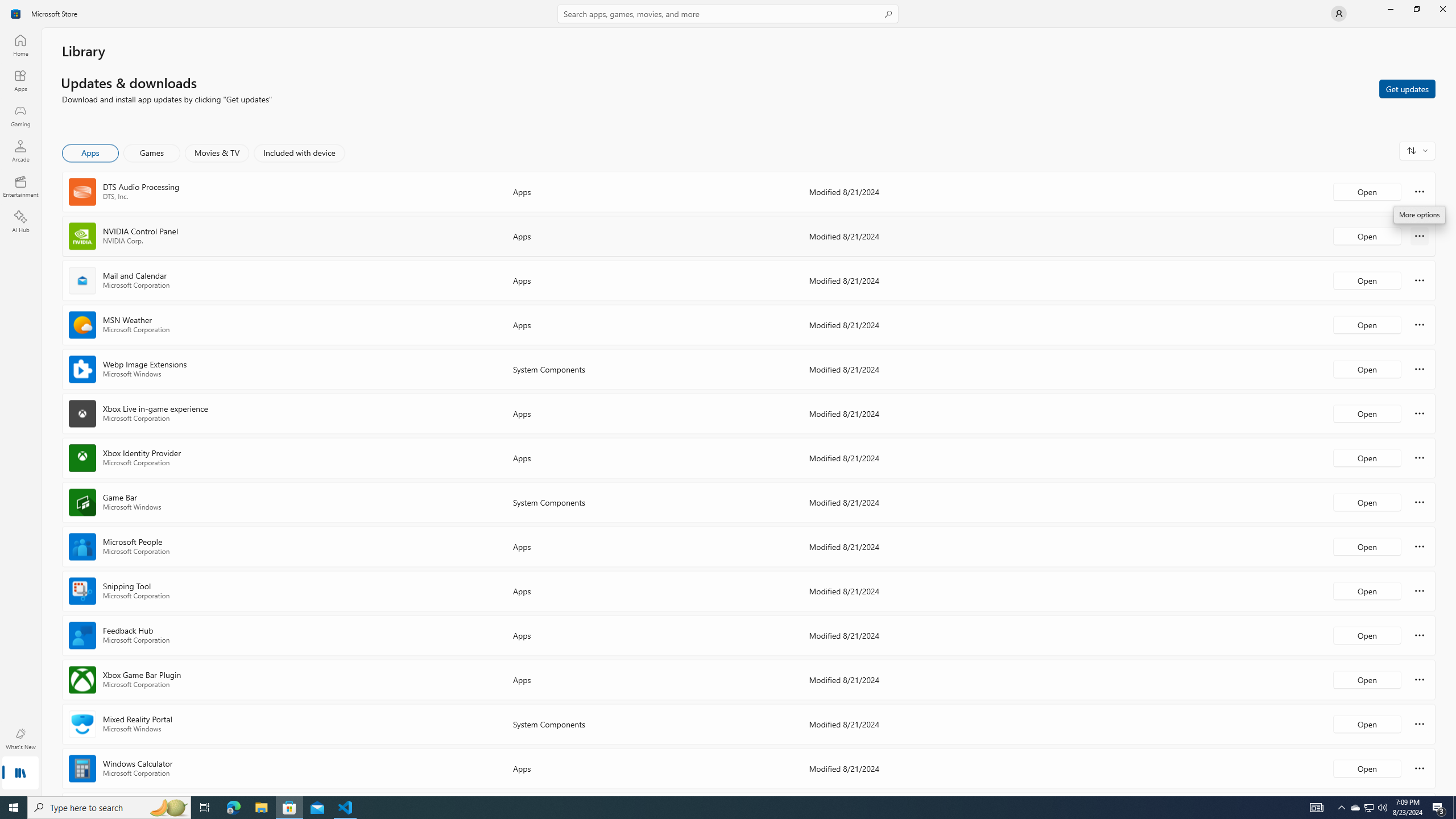 The image size is (1456, 819). I want to click on 'Home', so click(19, 44).